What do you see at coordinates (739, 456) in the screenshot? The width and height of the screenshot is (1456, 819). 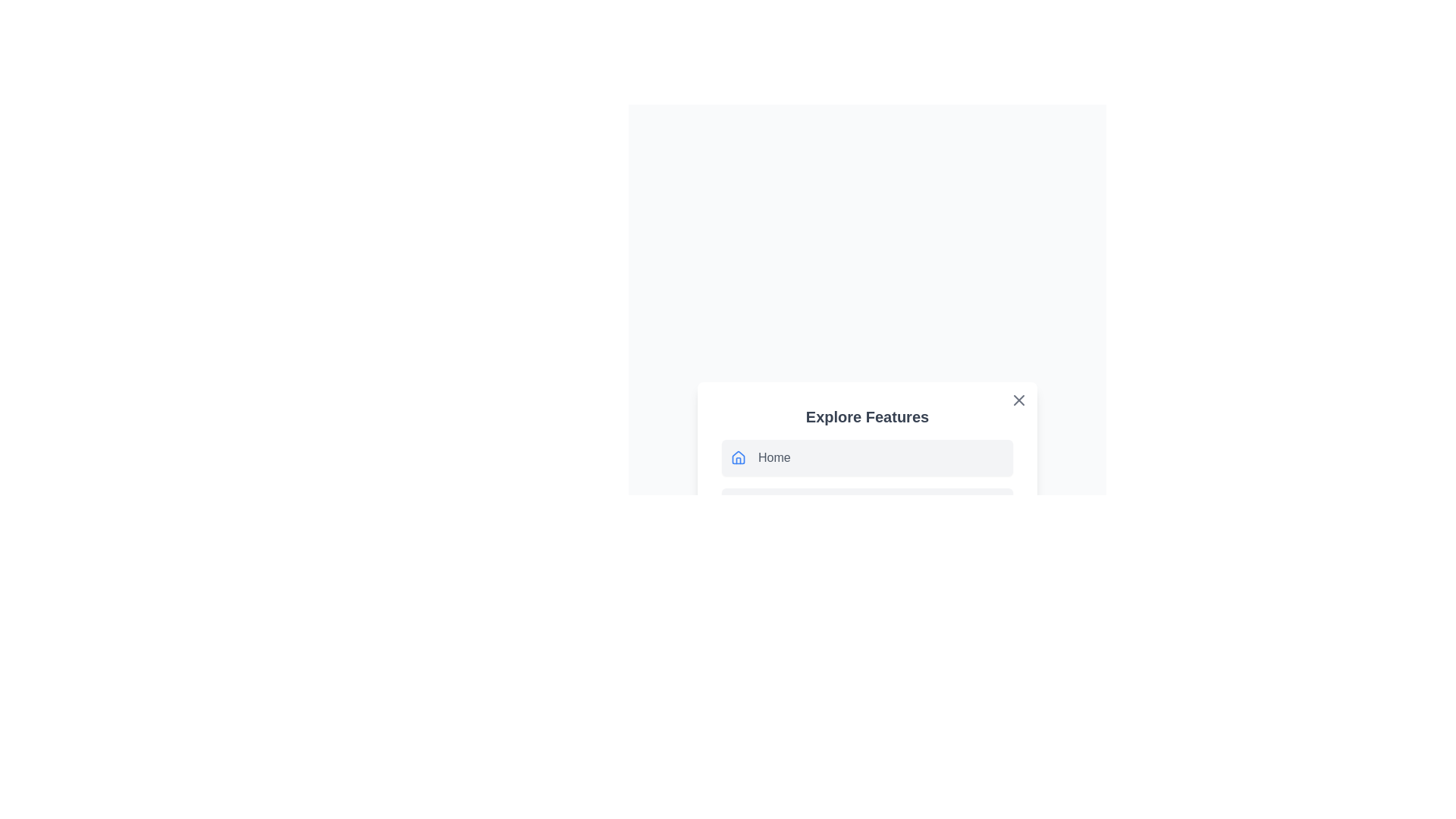 I see `the blue house icon located in the 'Explore Features' panel, adjacent to the text 'Home'` at bounding box center [739, 456].